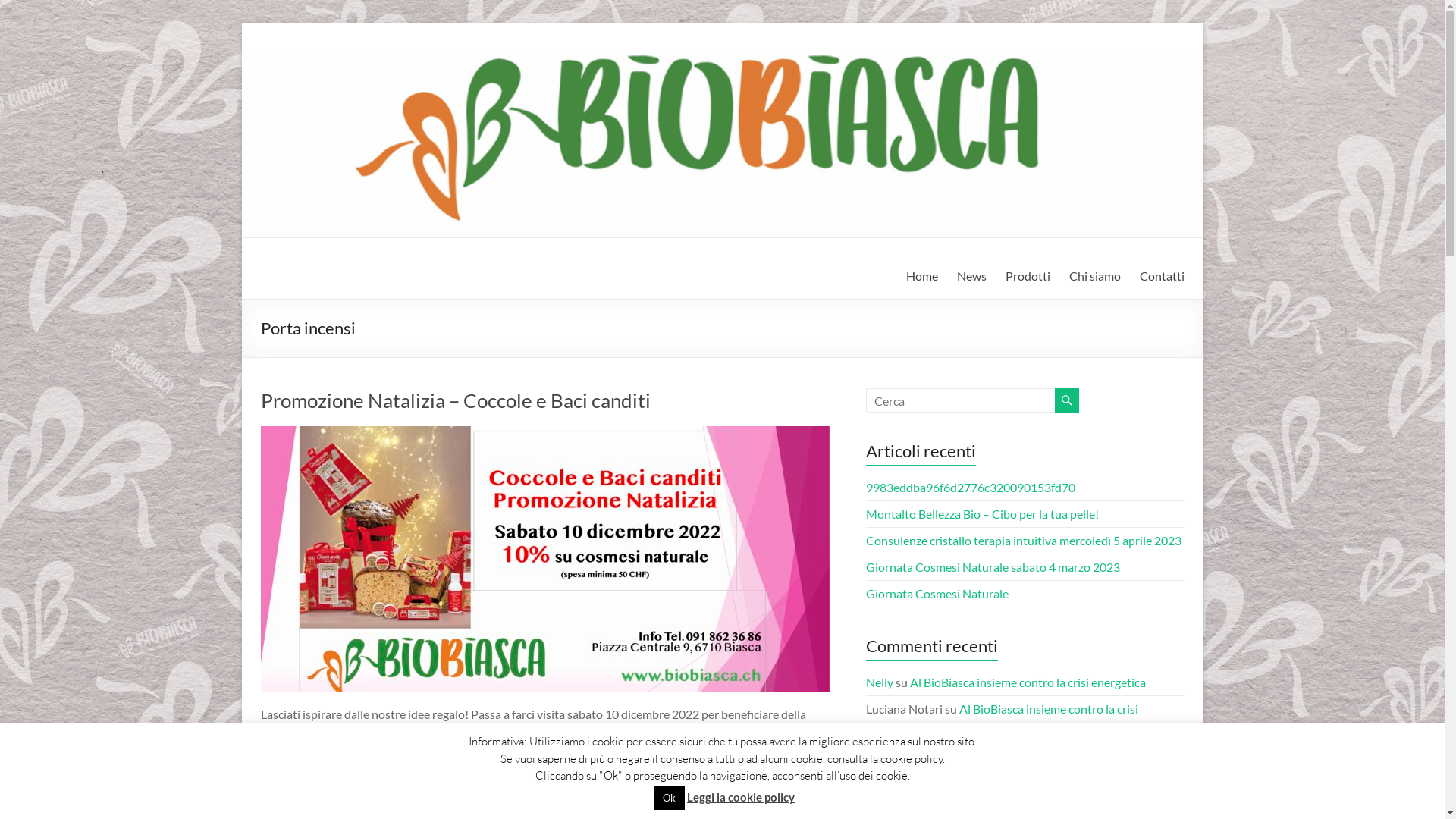  What do you see at coordinates (971, 275) in the screenshot?
I see `'News'` at bounding box center [971, 275].